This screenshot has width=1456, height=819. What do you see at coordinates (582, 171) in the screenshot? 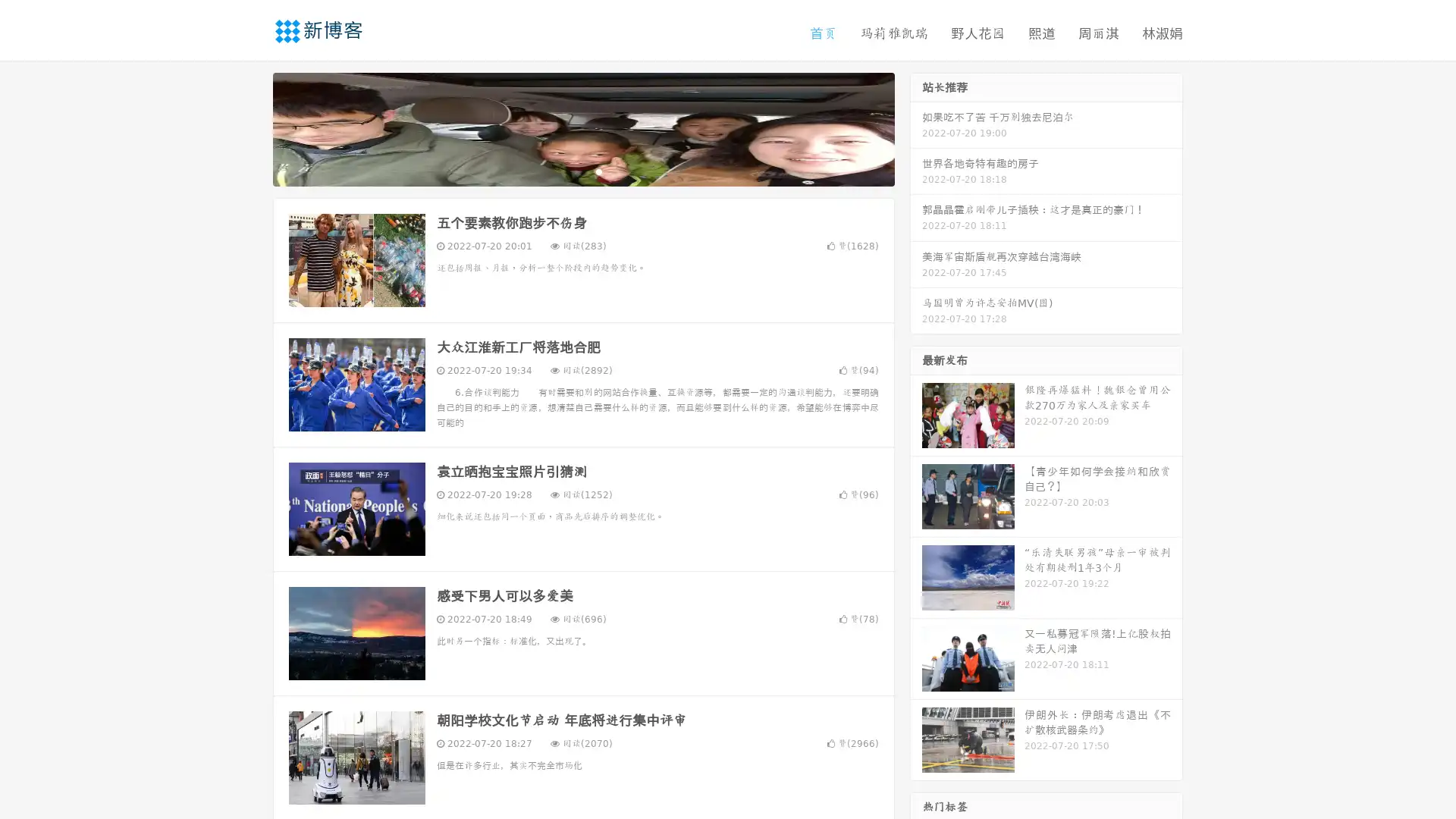
I see `Go to slide 2` at bounding box center [582, 171].